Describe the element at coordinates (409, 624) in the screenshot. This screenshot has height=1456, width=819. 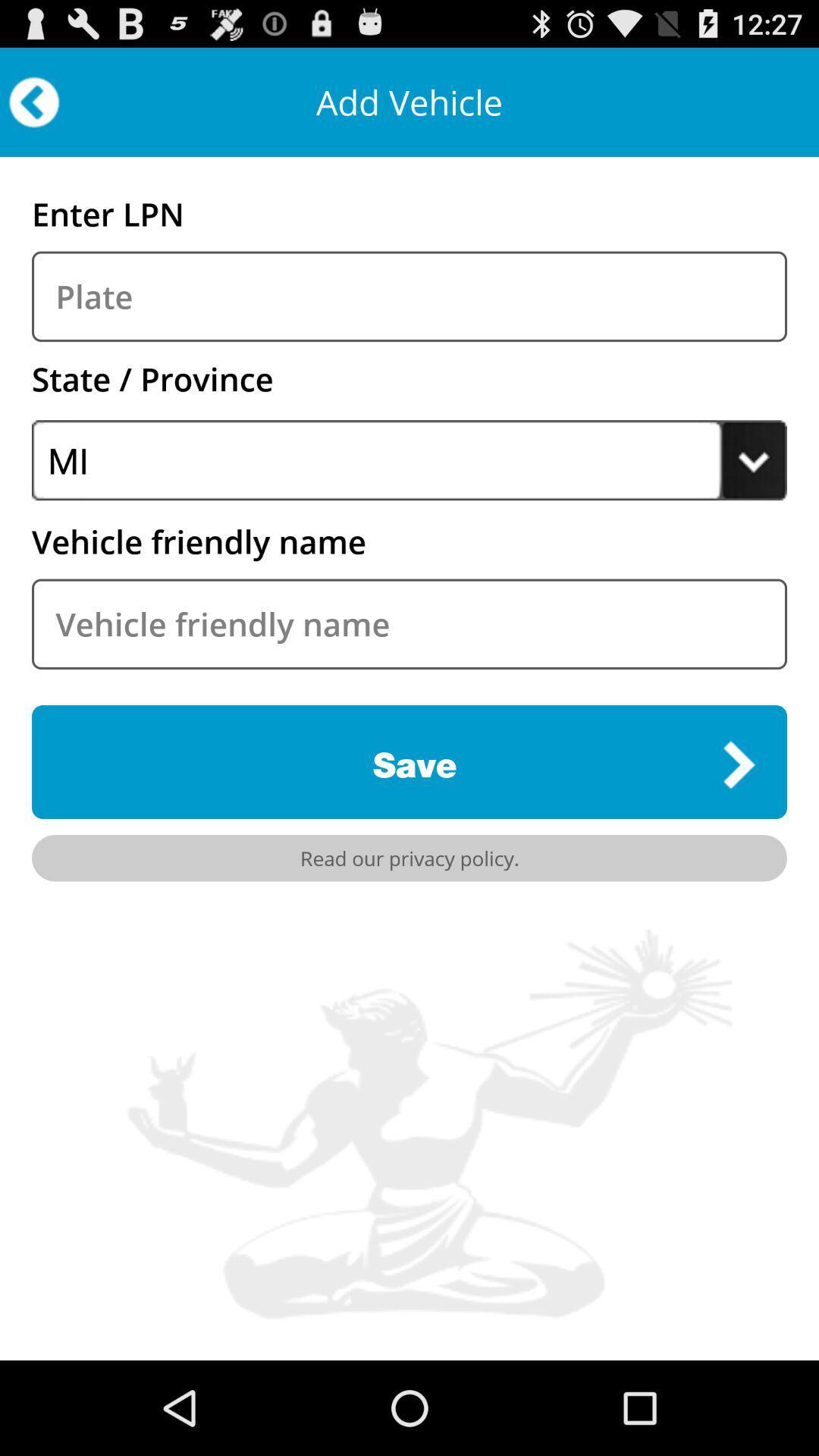
I see `vehicle information` at that location.